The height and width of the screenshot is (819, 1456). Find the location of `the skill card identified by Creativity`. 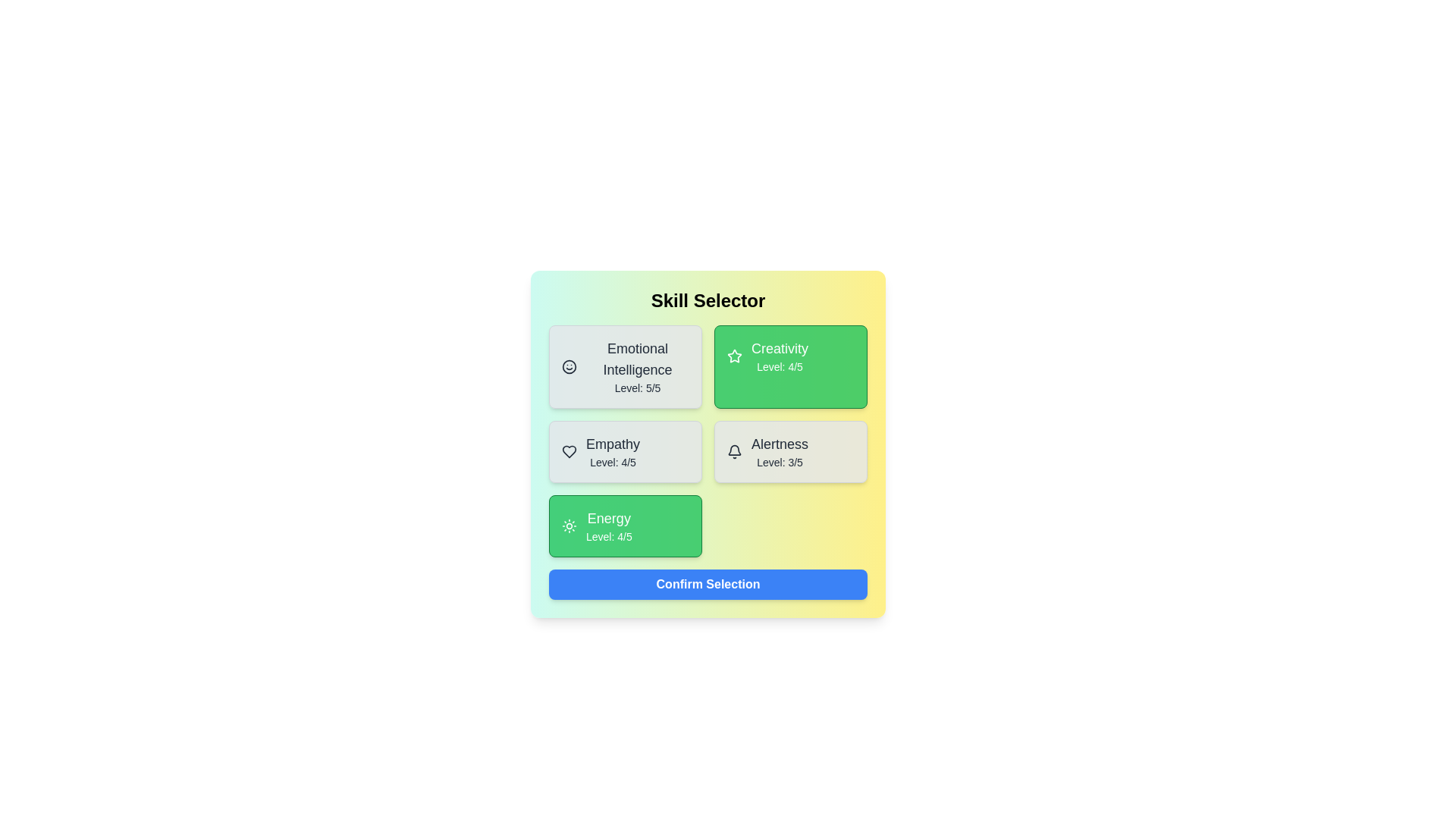

the skill card identified by Creativity is located at coordinates (789, 366).